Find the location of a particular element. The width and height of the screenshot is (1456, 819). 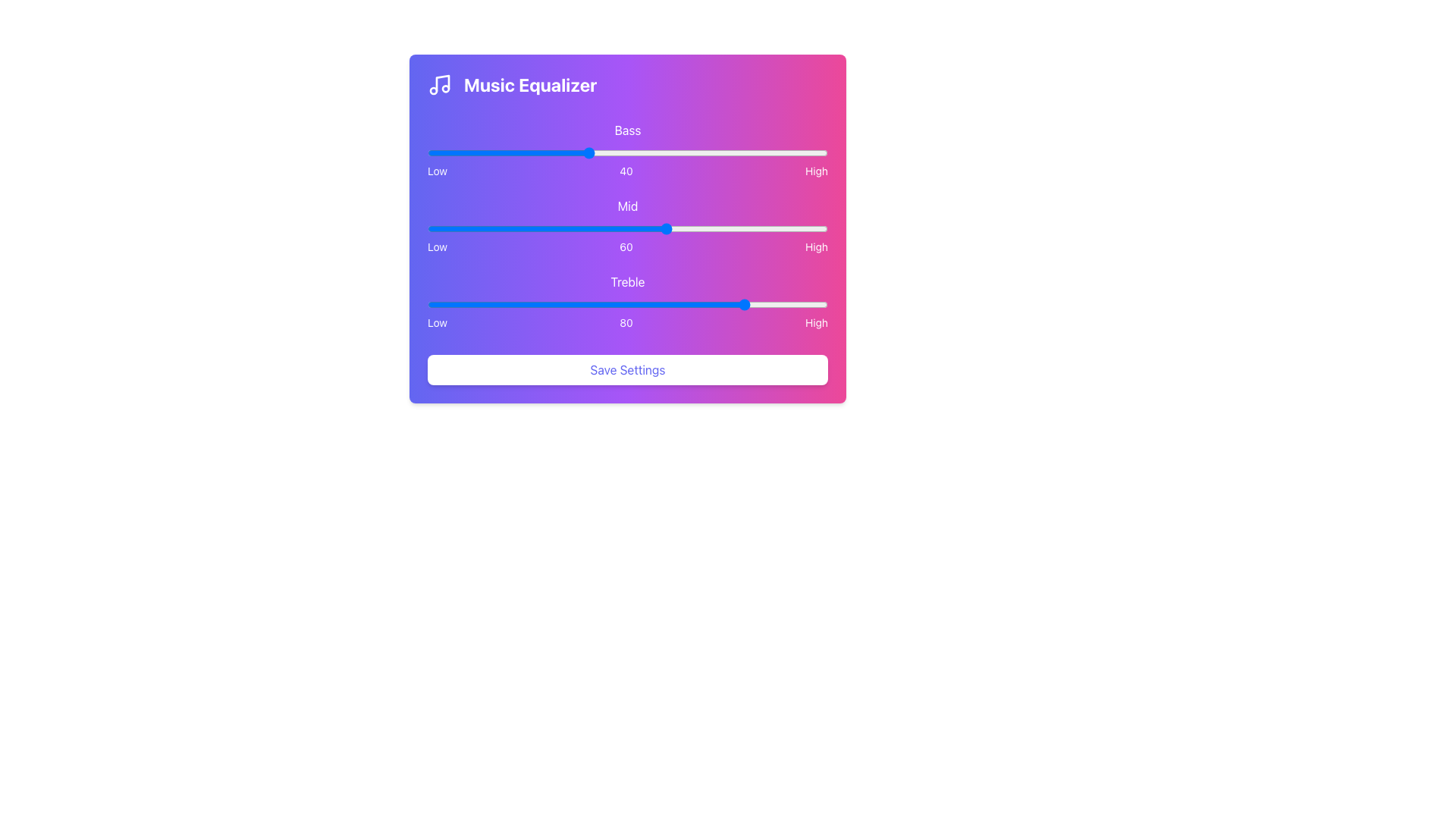

the decorative music icon located to the left of the text 'Music Equalizer', which is non-interactive and serves a visual purpose is located at coordinates (439, 84).